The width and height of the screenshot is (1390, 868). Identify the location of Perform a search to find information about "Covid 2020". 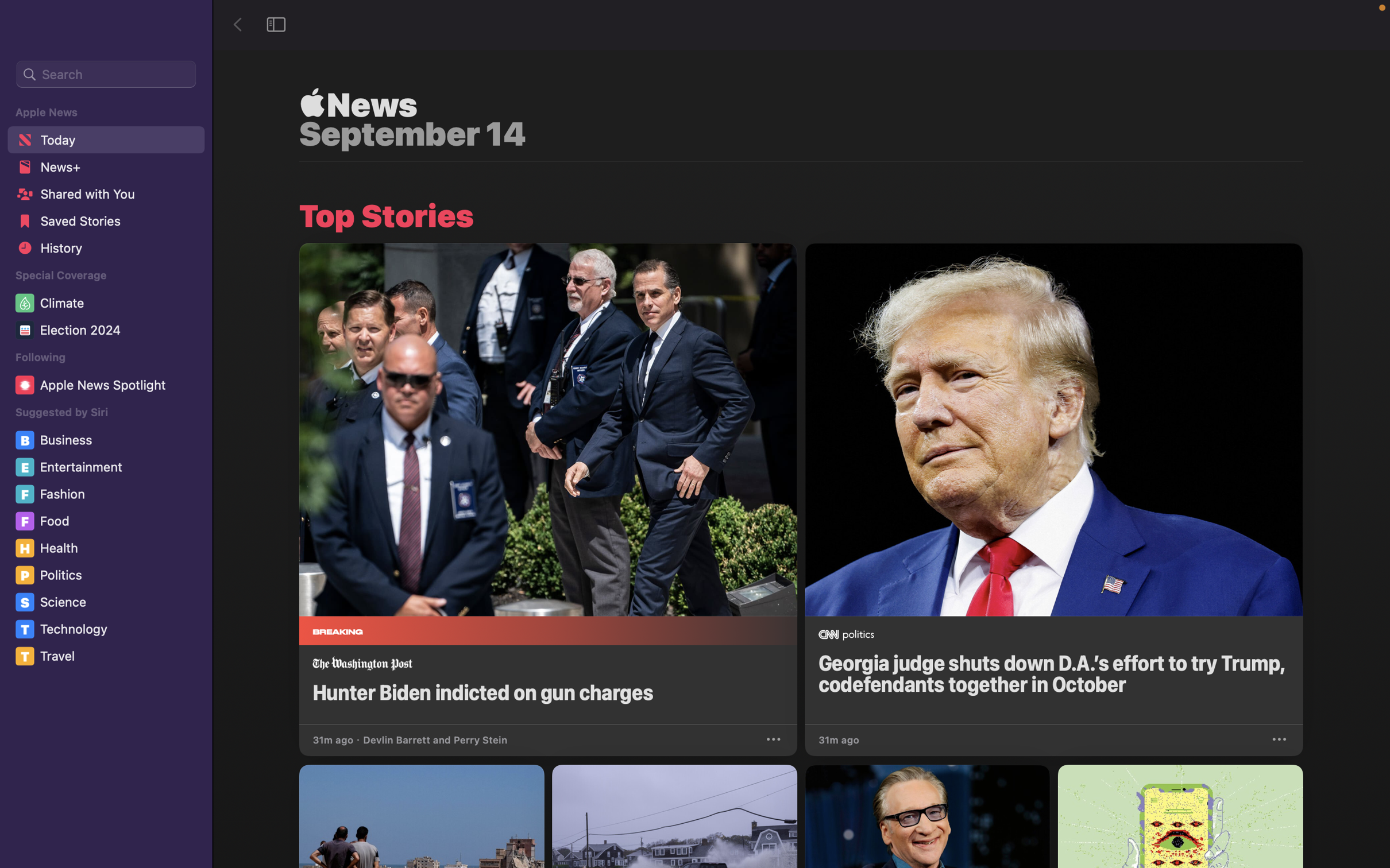
(106, 74).